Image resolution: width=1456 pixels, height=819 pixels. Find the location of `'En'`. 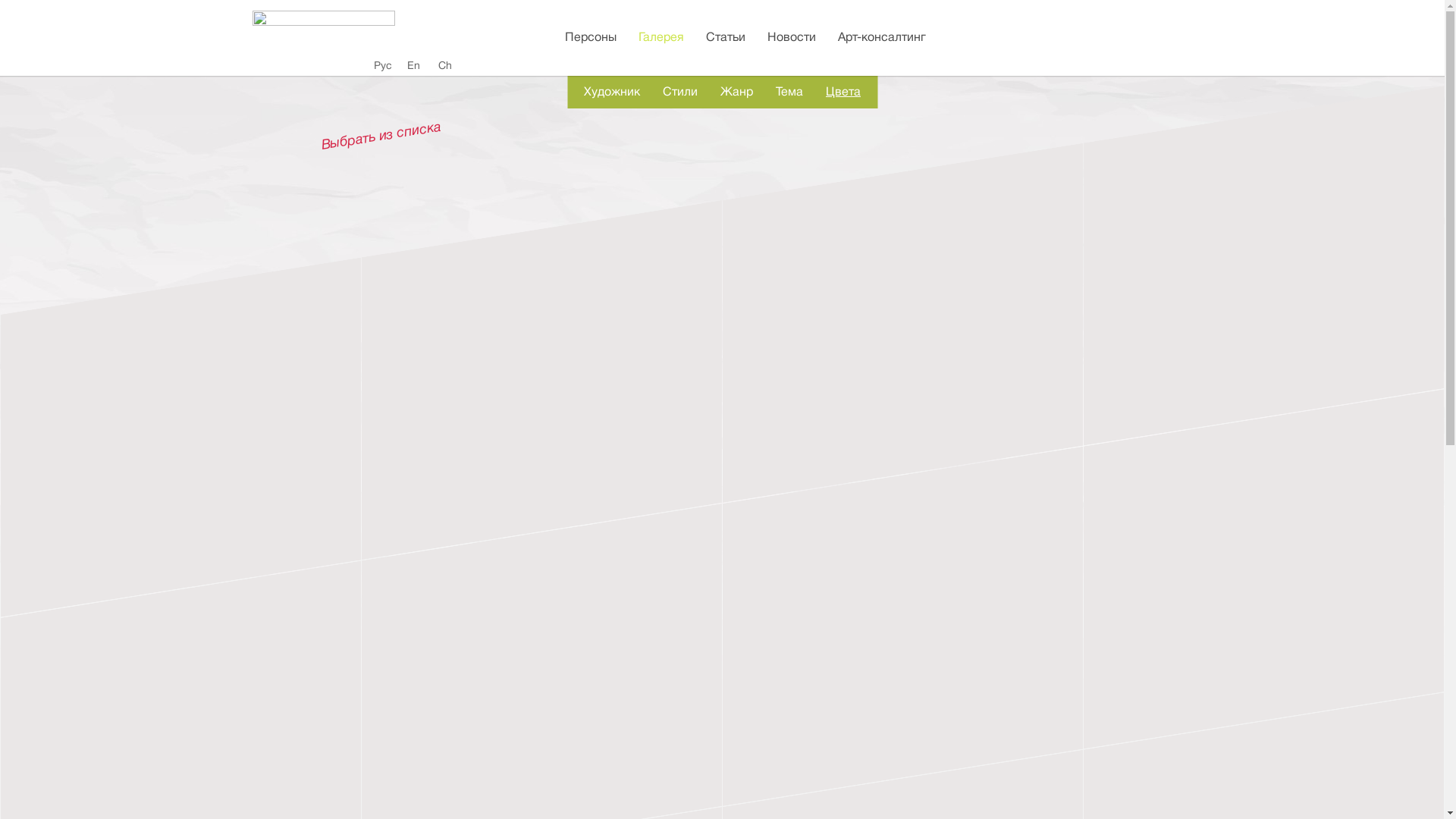

'En' is located at coordinates (413, 65).